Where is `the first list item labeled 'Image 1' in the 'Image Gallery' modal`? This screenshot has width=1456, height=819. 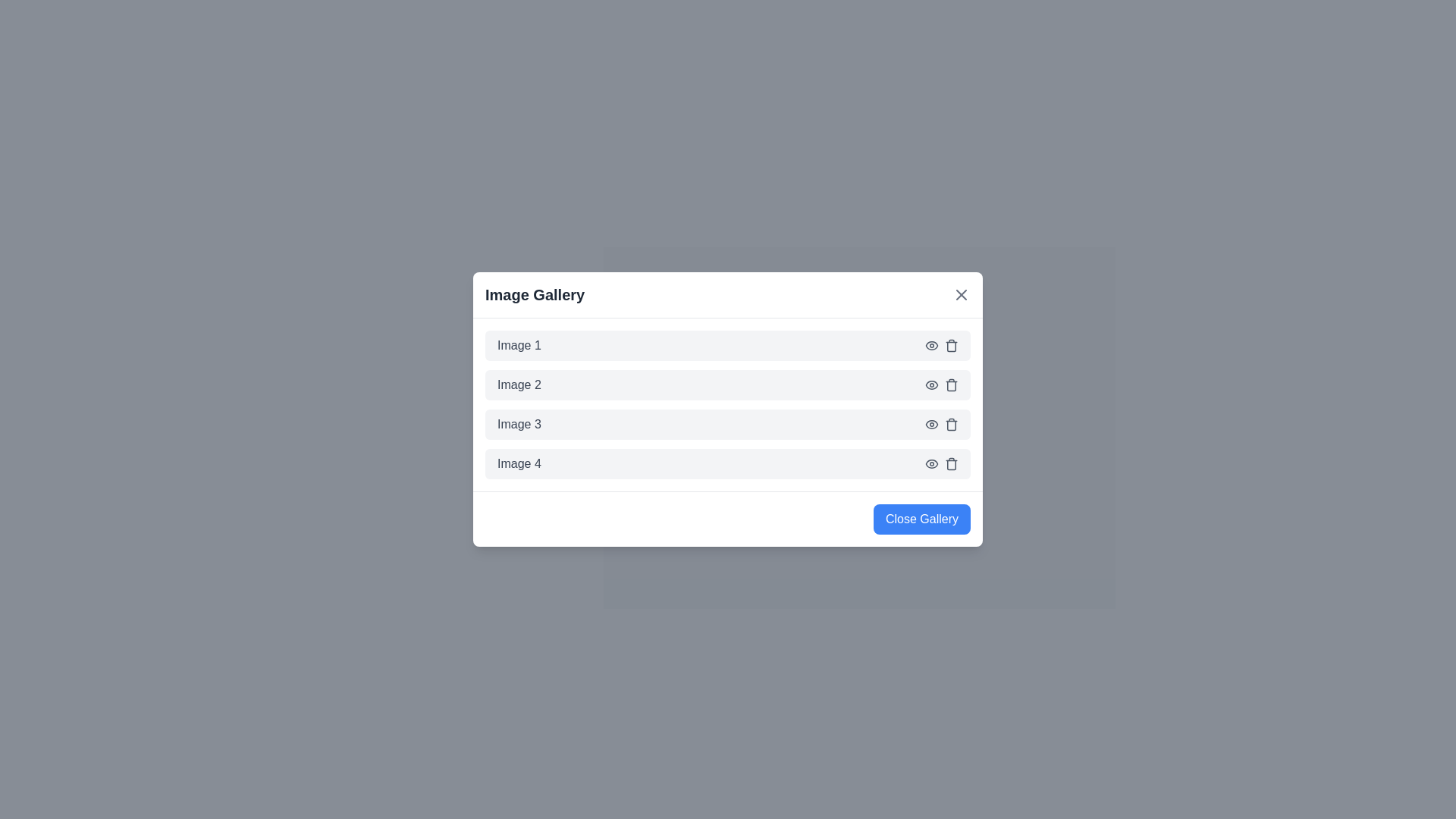
the first list item labeled 'Image 1' in the 'Image Gallery' modal is located at coordinates (728, 345).